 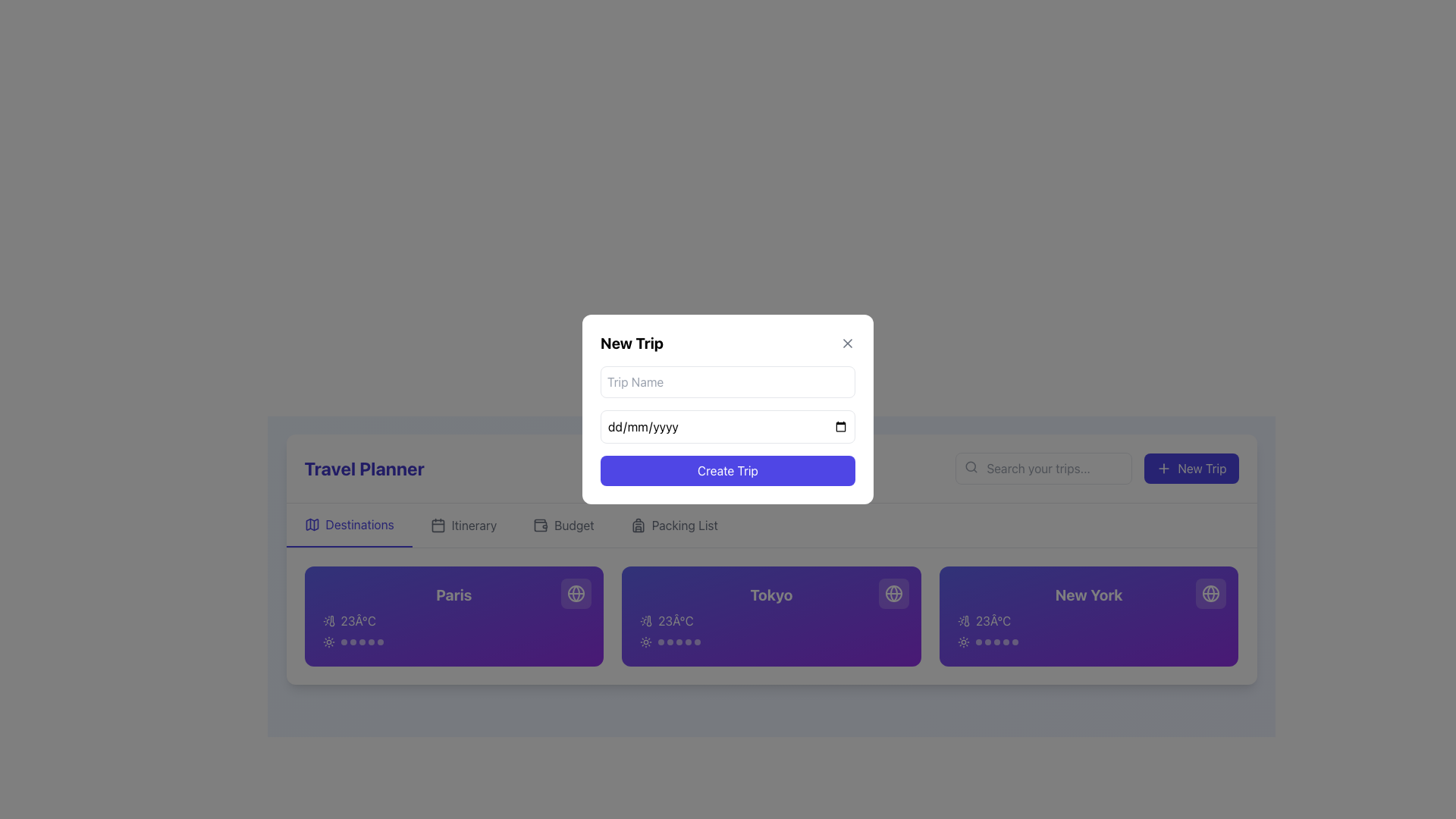 I want to click on the wallet icon located to the left of the 'Budget' text in the navigation bar below the 'Travel Planner' header, so click(x=541, y=525).